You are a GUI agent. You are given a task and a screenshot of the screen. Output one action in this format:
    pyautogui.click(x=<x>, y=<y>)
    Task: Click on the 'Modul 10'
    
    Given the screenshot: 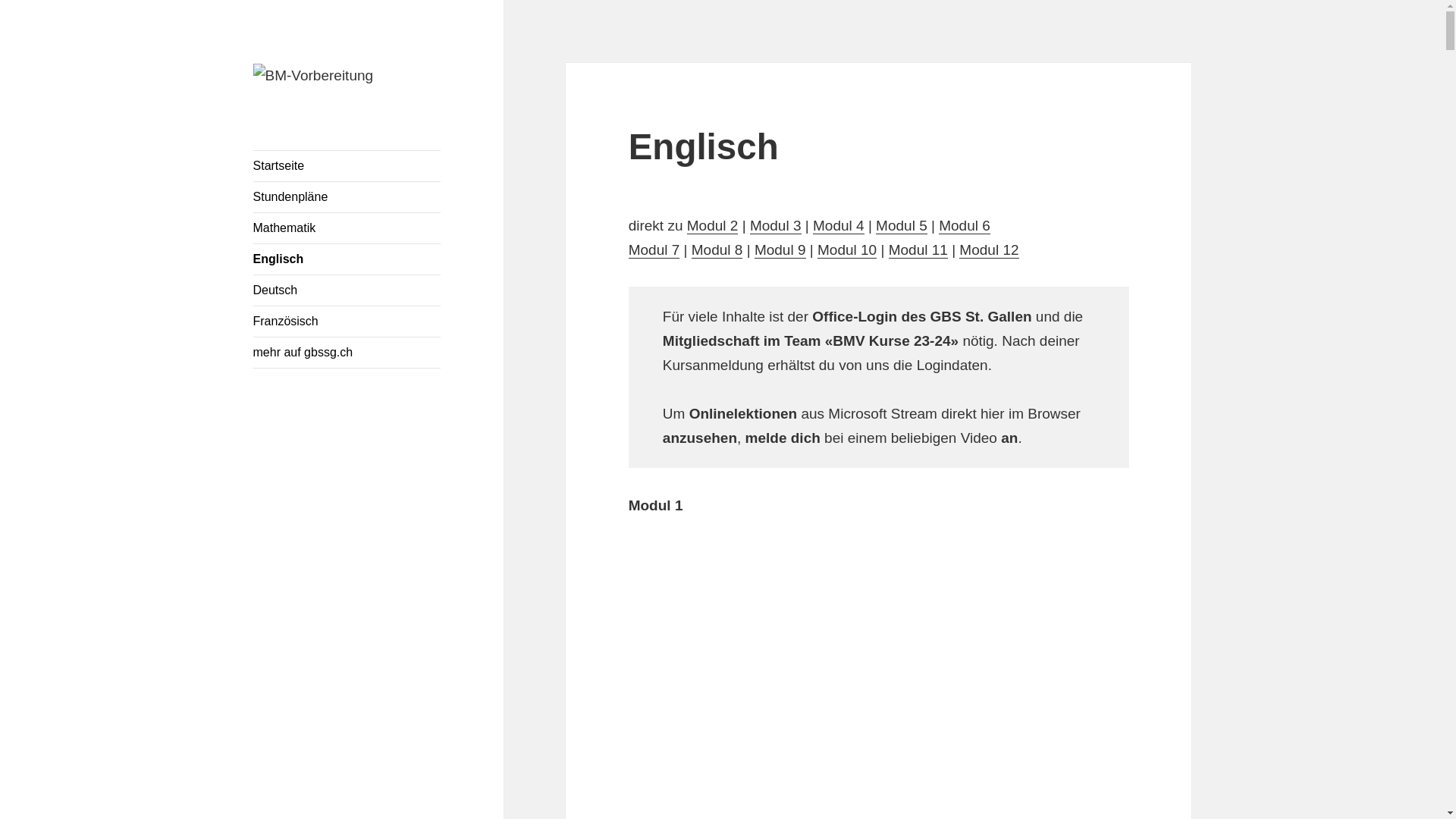 What is the action you would take?
    pyautogui.click(x=846, y=249)
    